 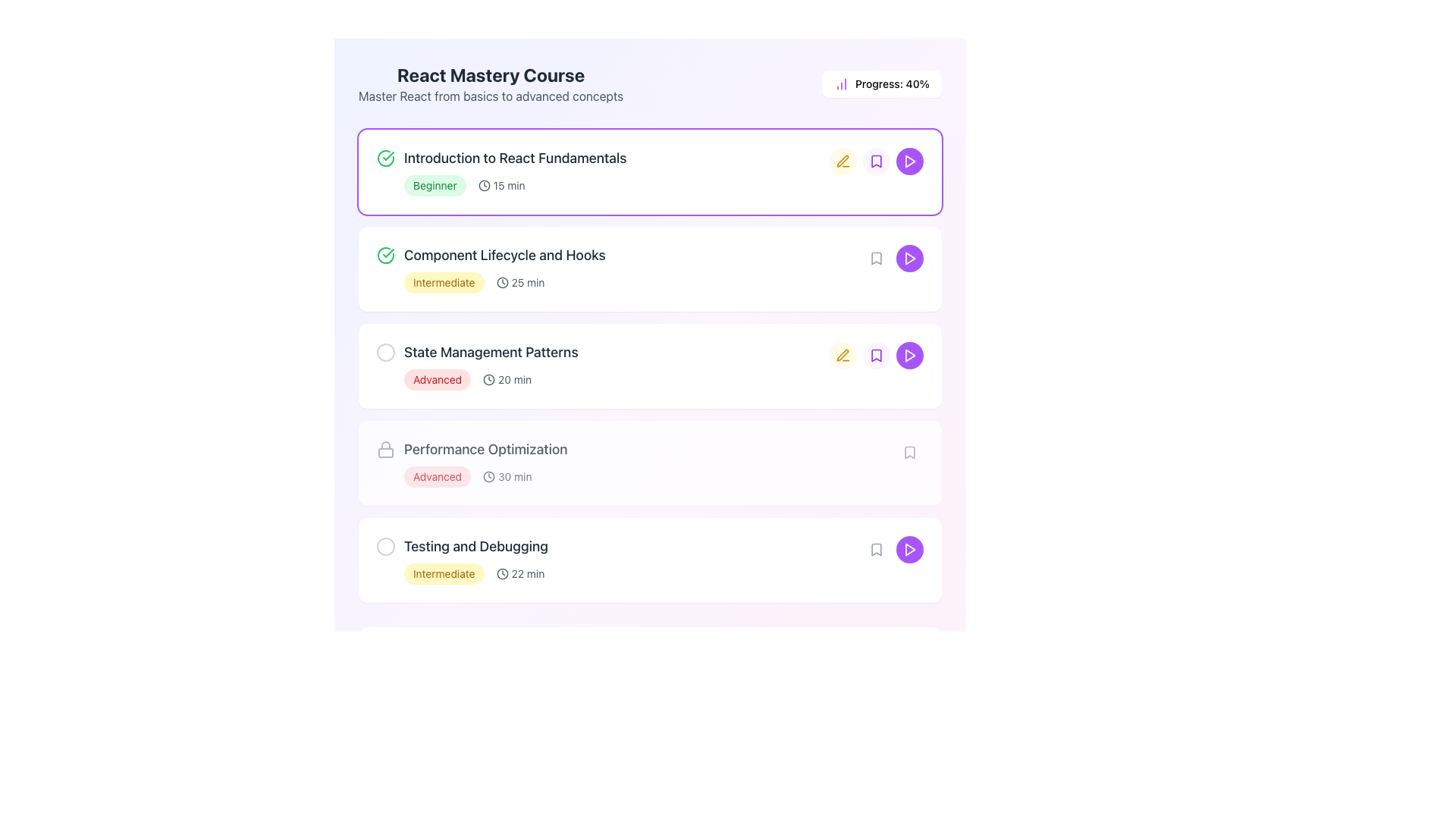 What do you see at coordinates (650, 462) in the screenshot?
I see `the Card component representing the course module titled 'Performance Optimization', which is the fourth item in the list of course modules` at bounding box center [650, 462].